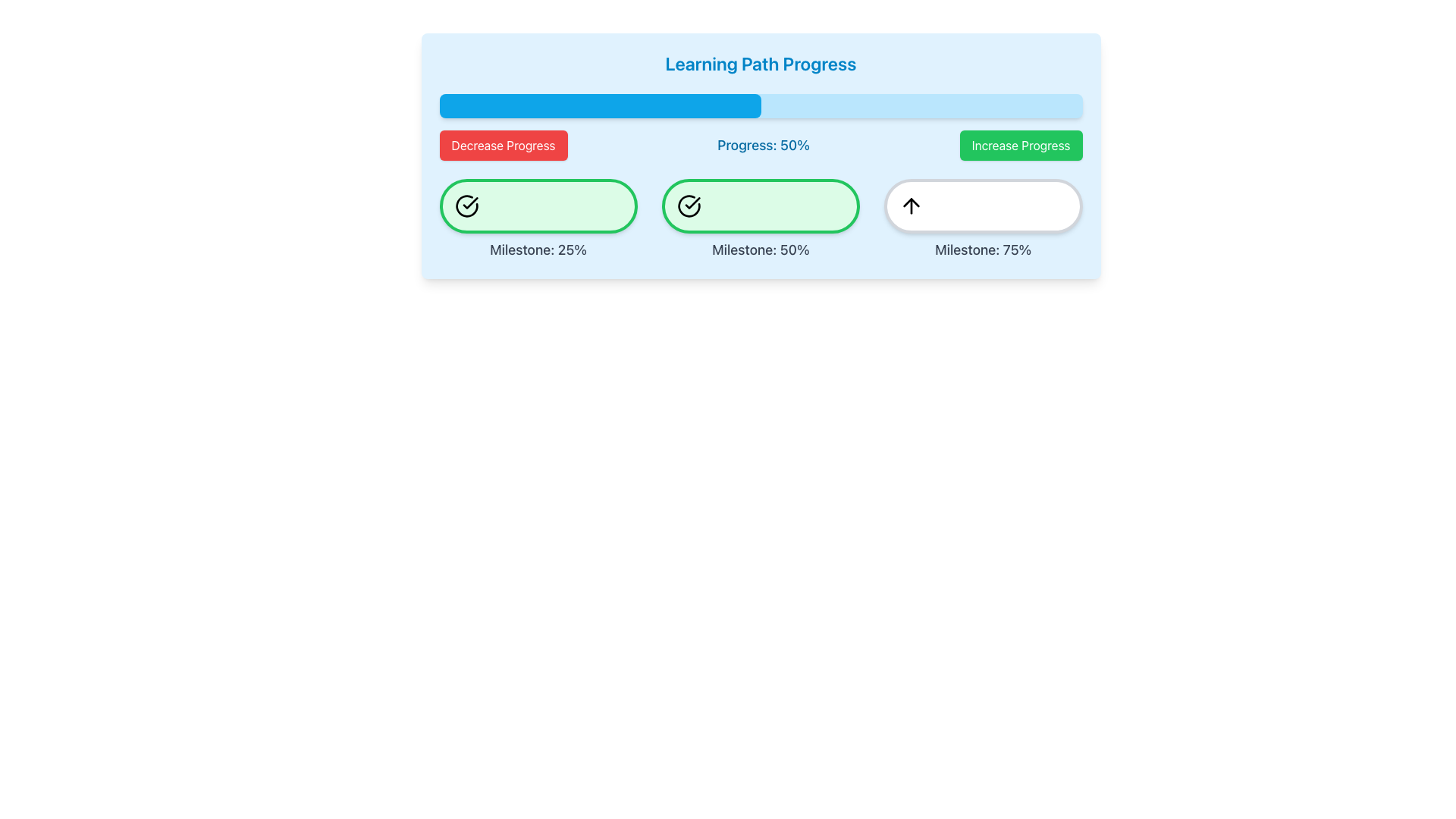 This screenshot has height=819, width=1456. I want to click on the decrement button located in the upper-left portion below the progress bar, so click(503, 146).